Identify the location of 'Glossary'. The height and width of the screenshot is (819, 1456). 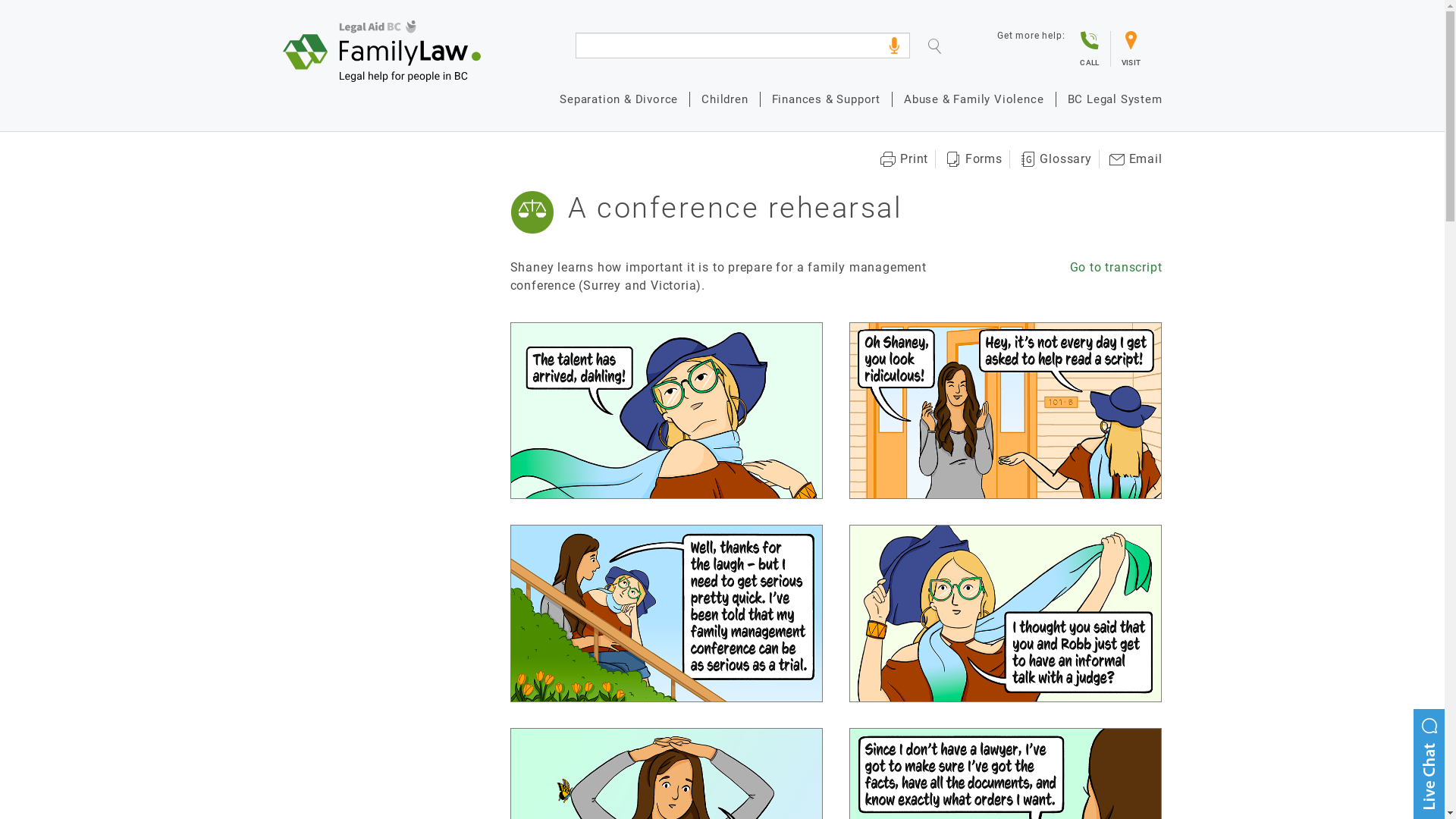
(1055, 158).